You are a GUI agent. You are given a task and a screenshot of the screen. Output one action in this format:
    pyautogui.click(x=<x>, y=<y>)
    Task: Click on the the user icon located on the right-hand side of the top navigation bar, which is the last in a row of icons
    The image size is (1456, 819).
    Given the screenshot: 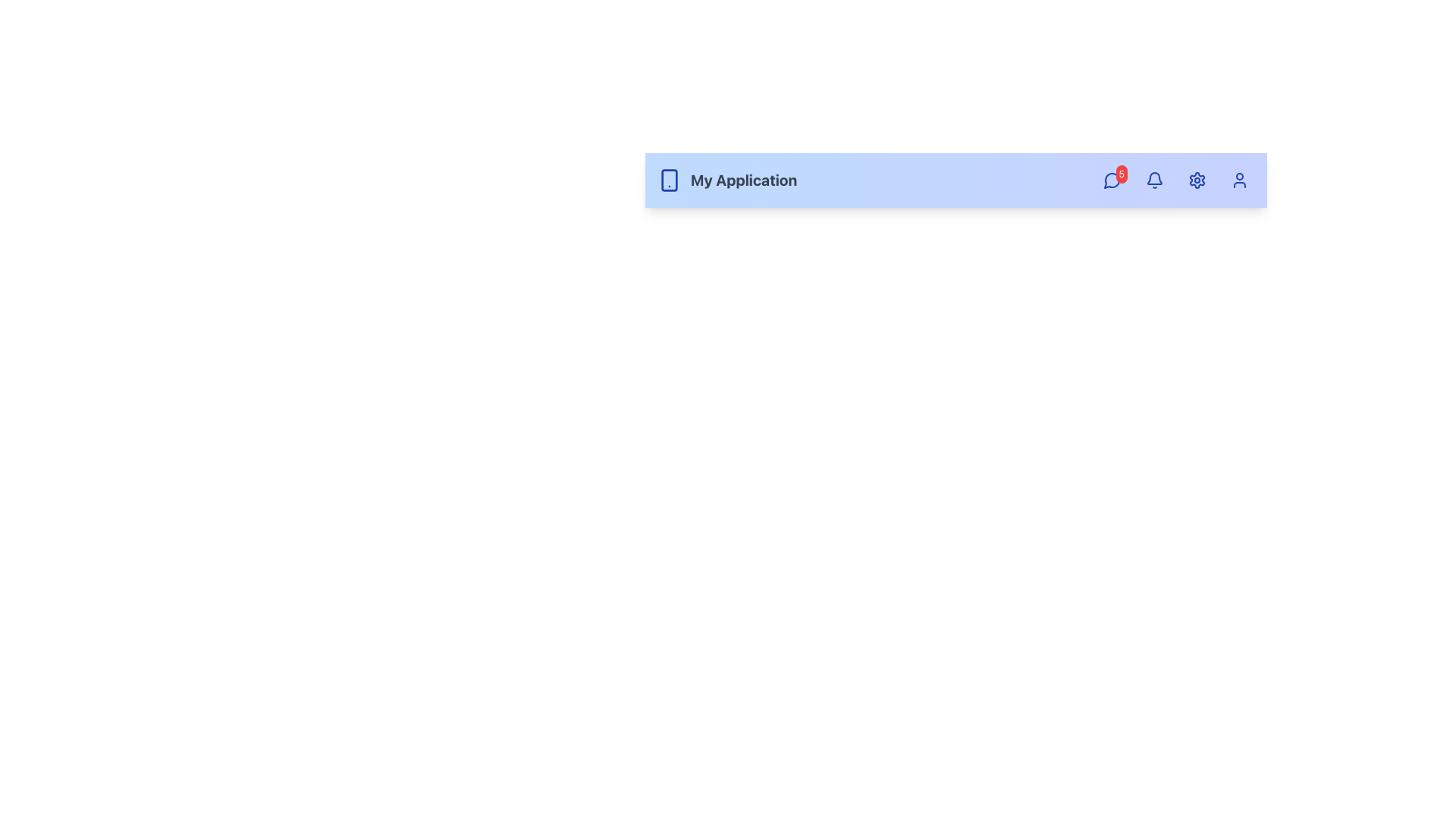 What is the action you would take?
    pyautogui.click(x=1240, y=180)
    